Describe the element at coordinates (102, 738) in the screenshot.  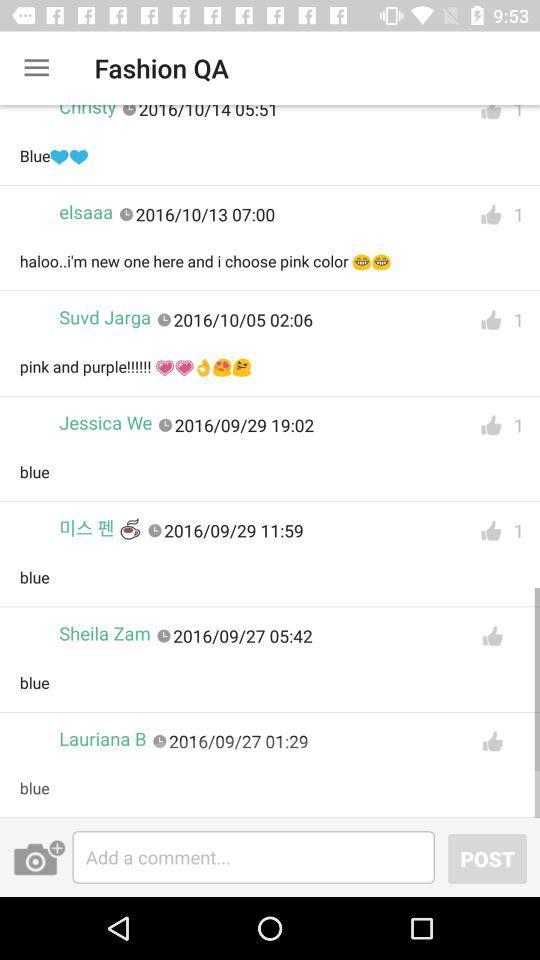
I see `the item below blue` at that location.